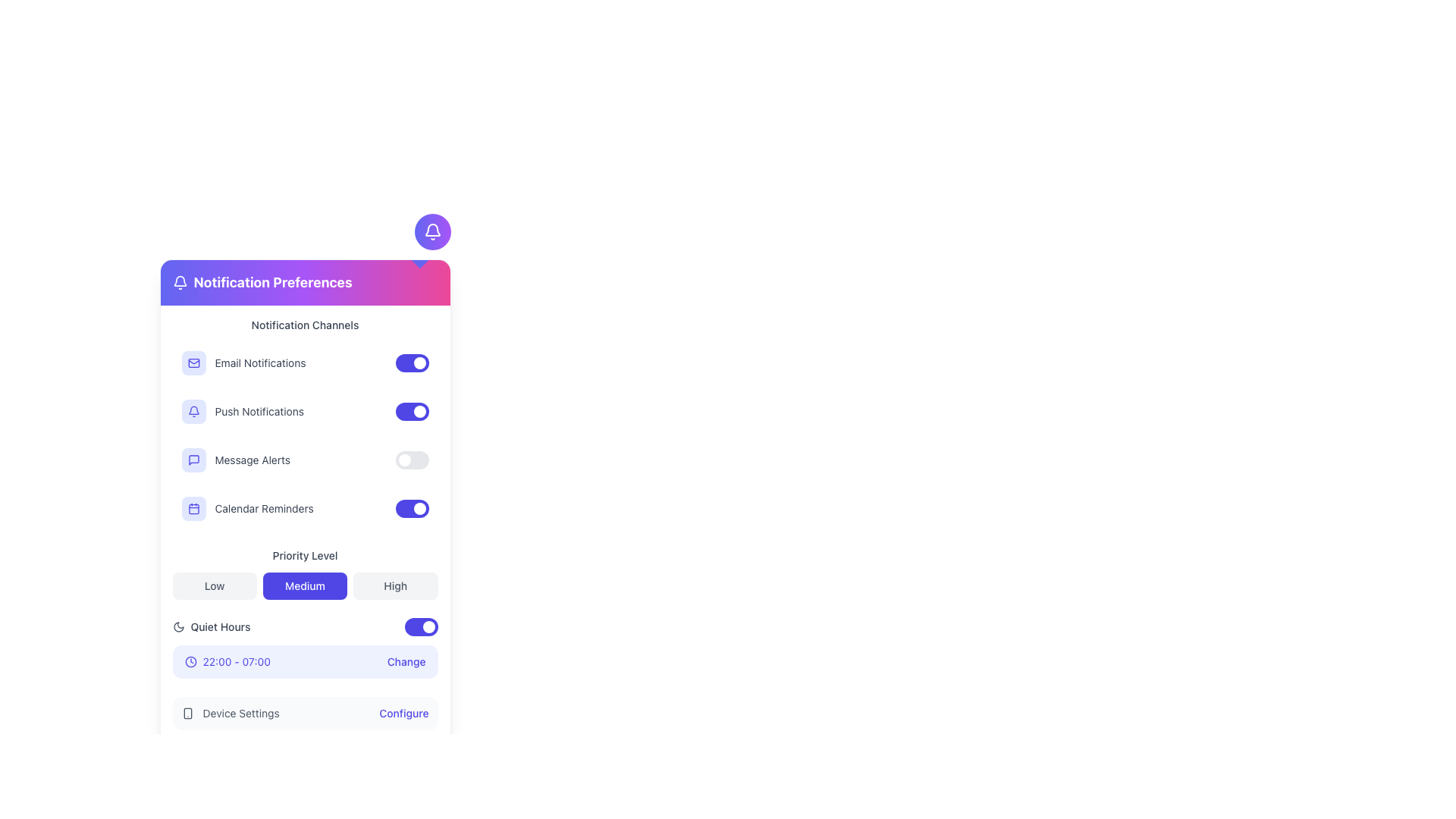 This screenshot has width=1456, height=819. I want to click on the small circular toggle indicator within the toggle area of the 'Push Notifications' row, which is located on the right side of the toggle switch component, so click(419, 412).